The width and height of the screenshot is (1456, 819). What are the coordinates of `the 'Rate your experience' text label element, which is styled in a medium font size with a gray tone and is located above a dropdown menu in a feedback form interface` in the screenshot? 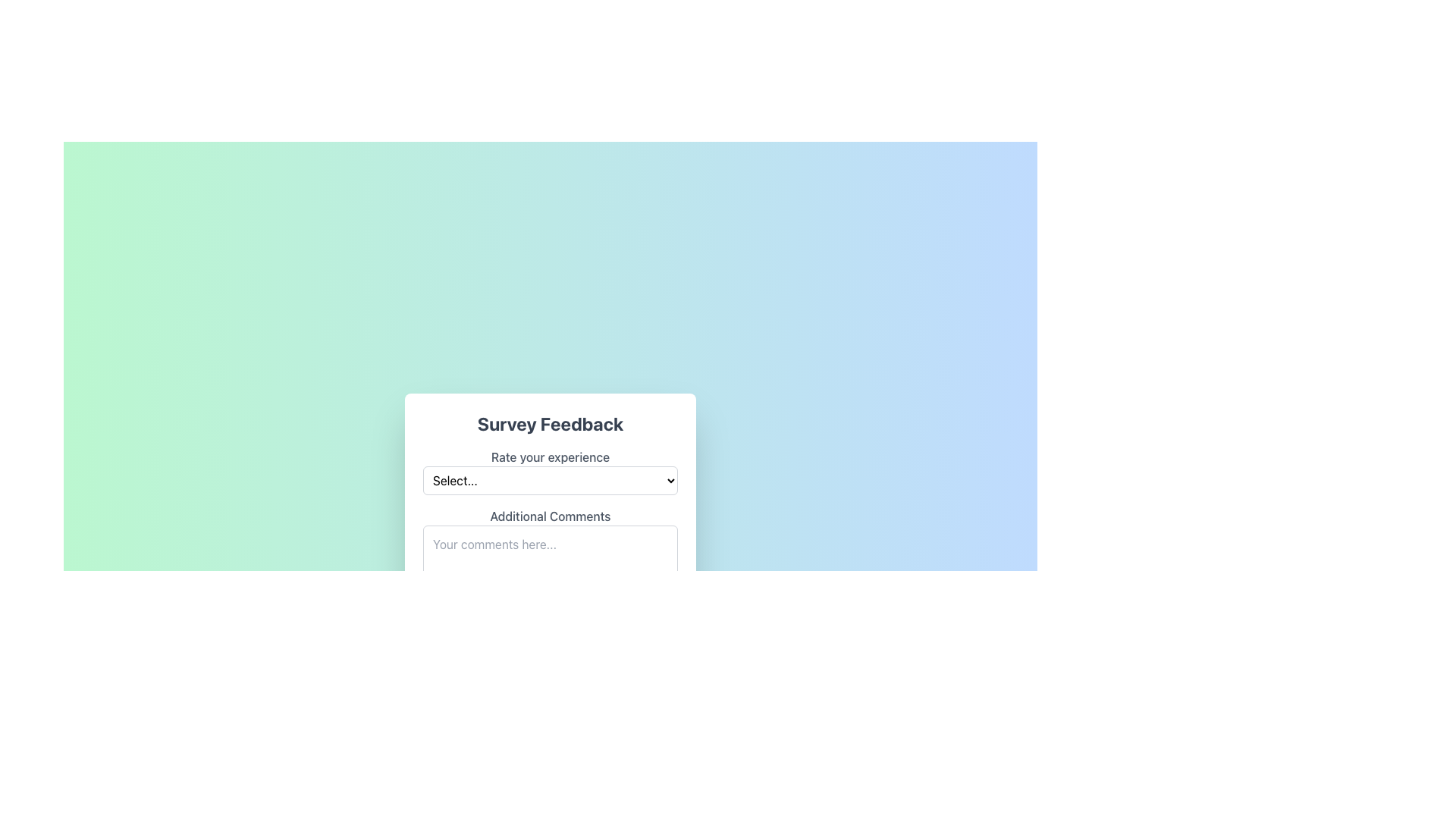 It's located at (549, 456).